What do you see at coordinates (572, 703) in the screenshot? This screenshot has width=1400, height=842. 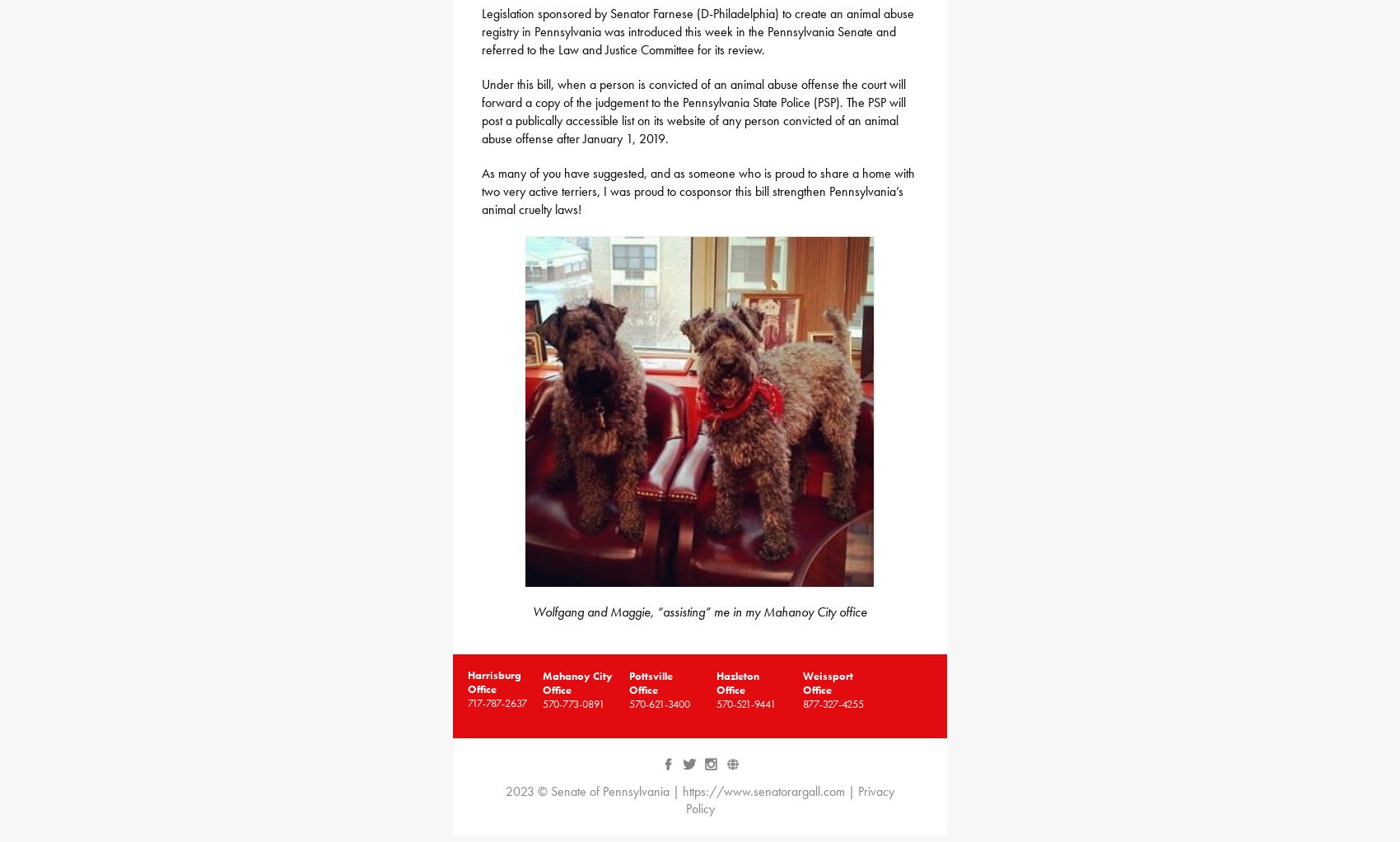 I see `'570-773-0891'` at bounding box center [572, 703].